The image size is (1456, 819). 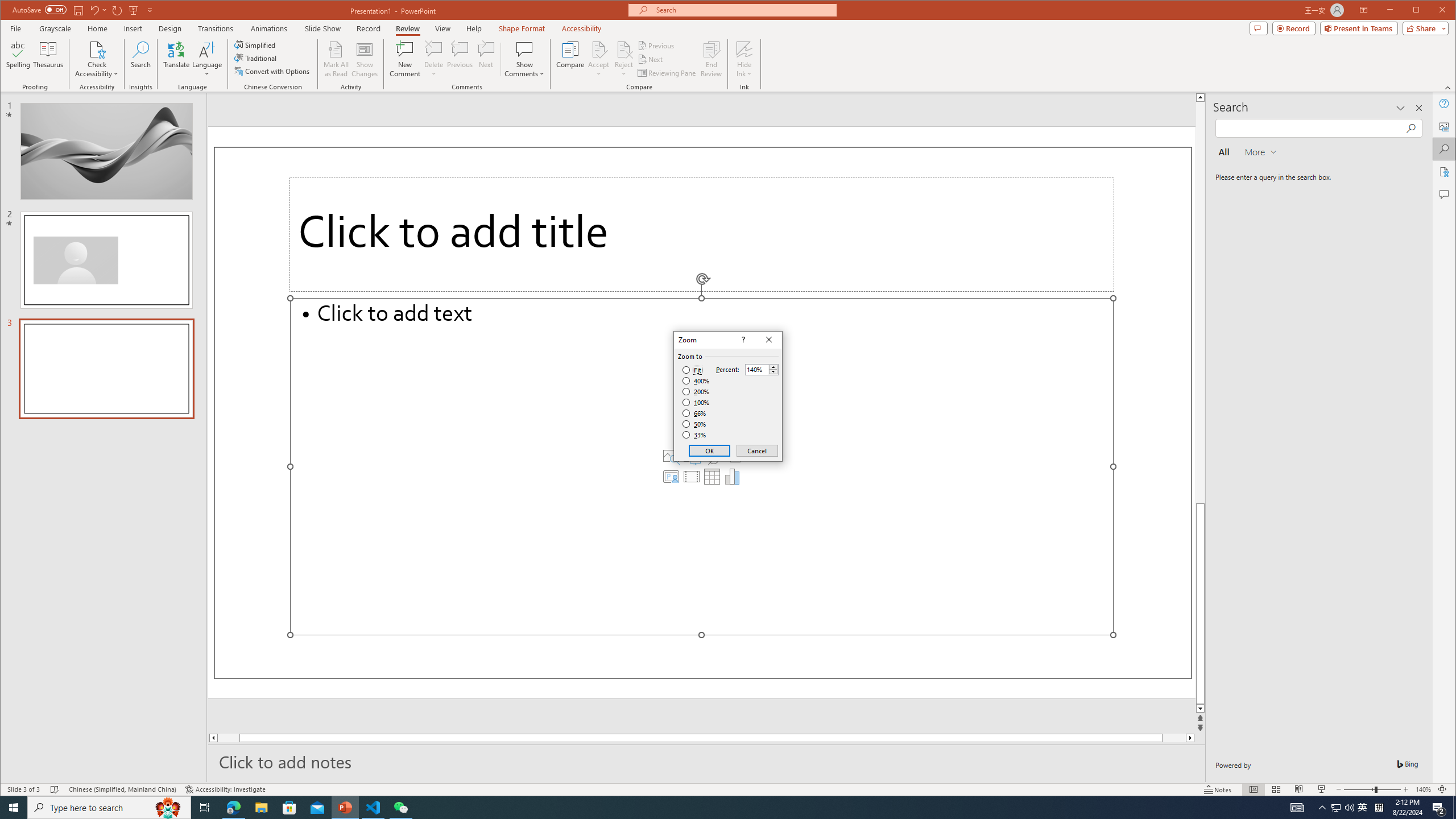 I want to click on '100%', so click(x=696, y=402).